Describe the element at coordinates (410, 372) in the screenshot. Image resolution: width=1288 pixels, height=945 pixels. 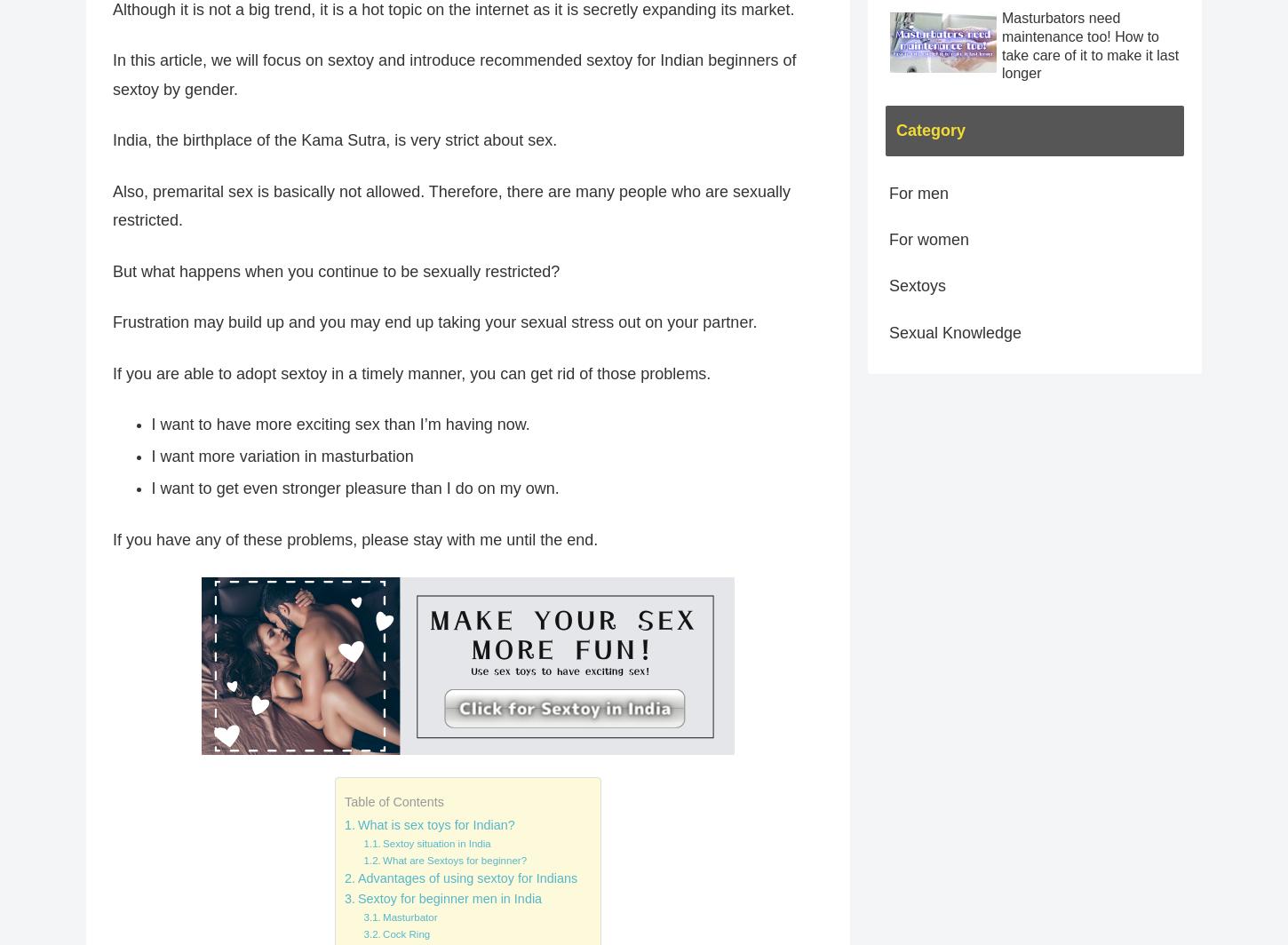
I see `'If you are able to adopt sextoy in a timely manner, you can get rid of those problems.'` at that location.